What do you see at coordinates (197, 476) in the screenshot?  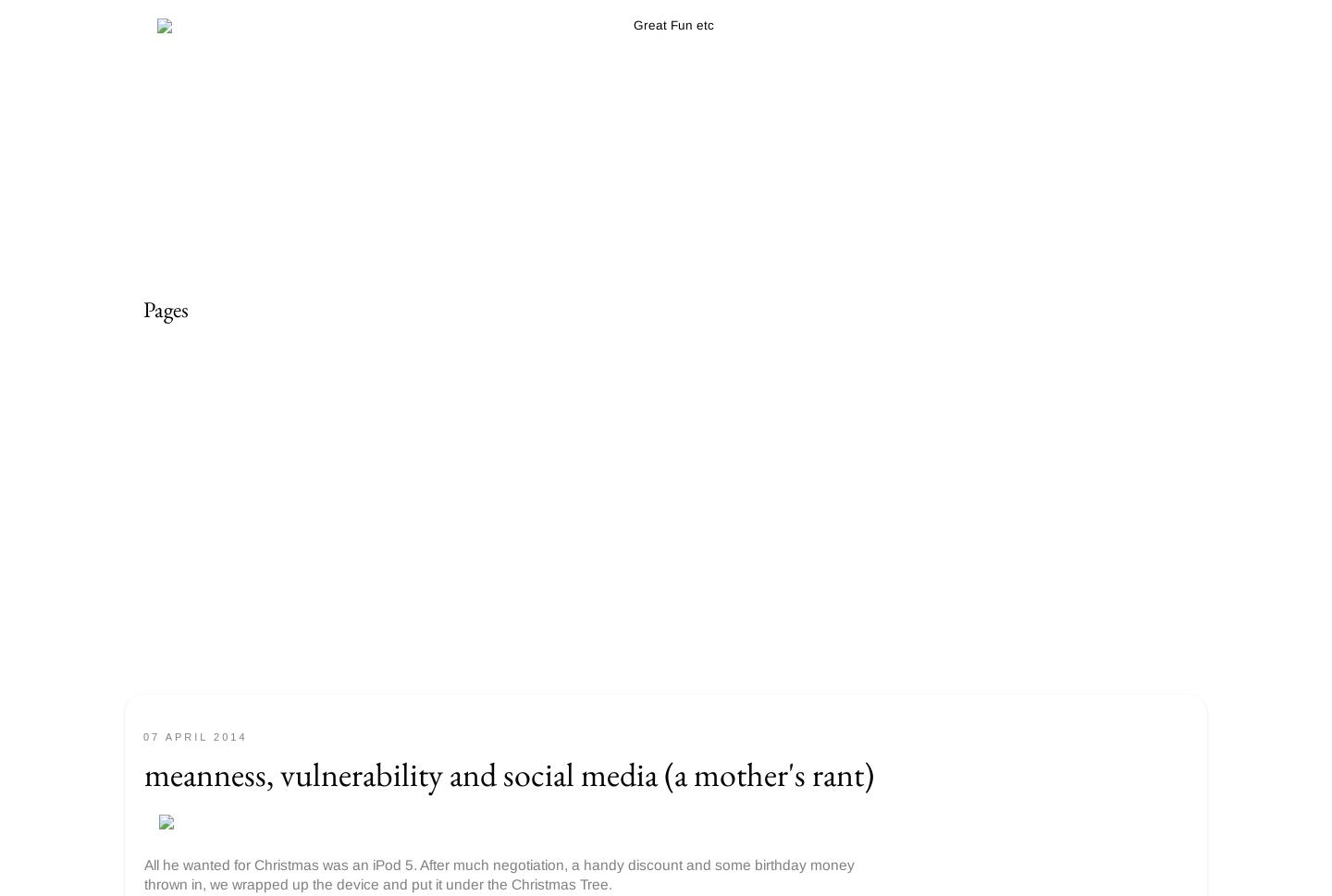 I see `'Family Fun etc'` at bounding box center [197, 476].